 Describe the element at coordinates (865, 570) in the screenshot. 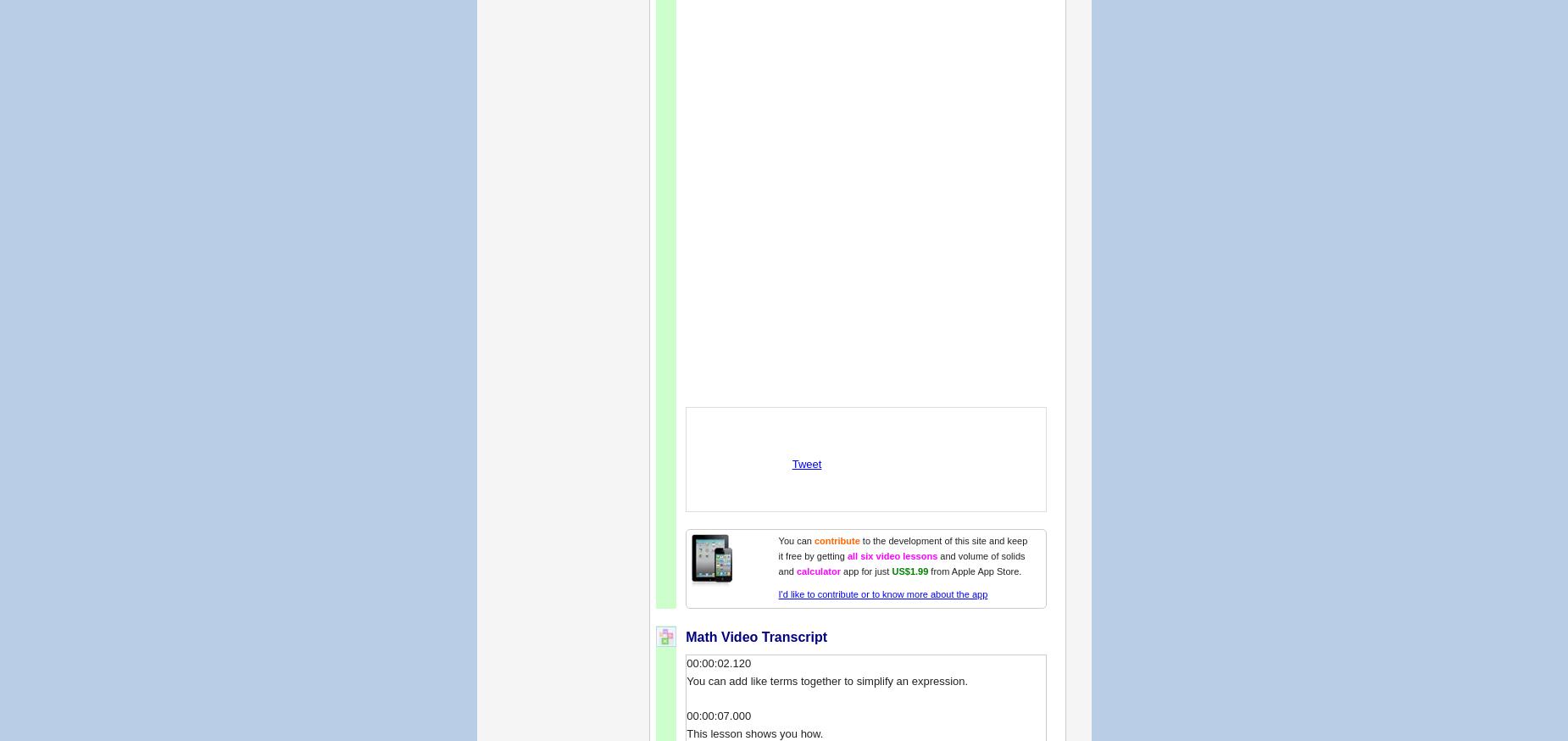

I see `'app for just'` at that location.